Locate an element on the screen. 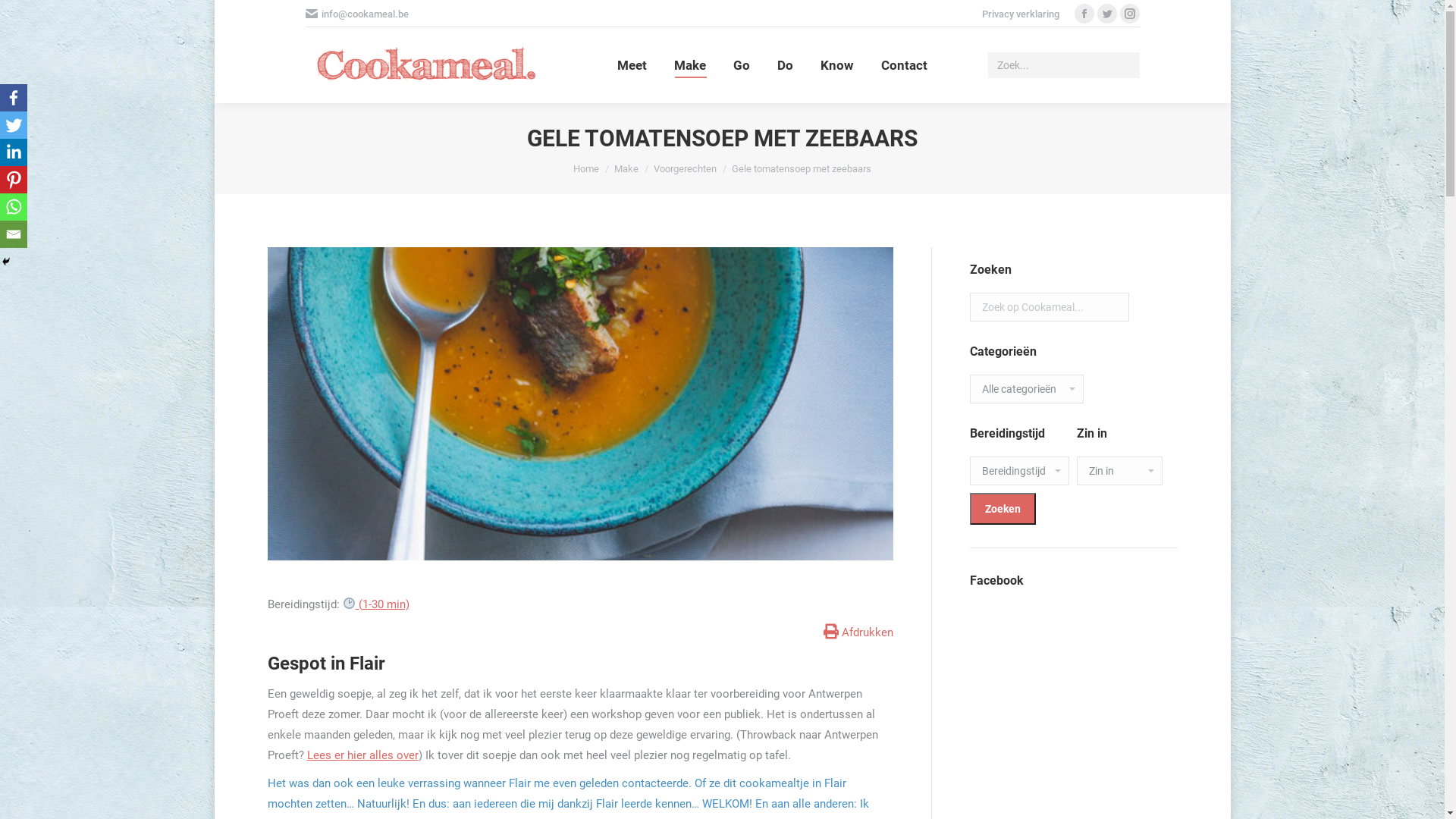  'Linkedin' is located at coordinates (14, 152).